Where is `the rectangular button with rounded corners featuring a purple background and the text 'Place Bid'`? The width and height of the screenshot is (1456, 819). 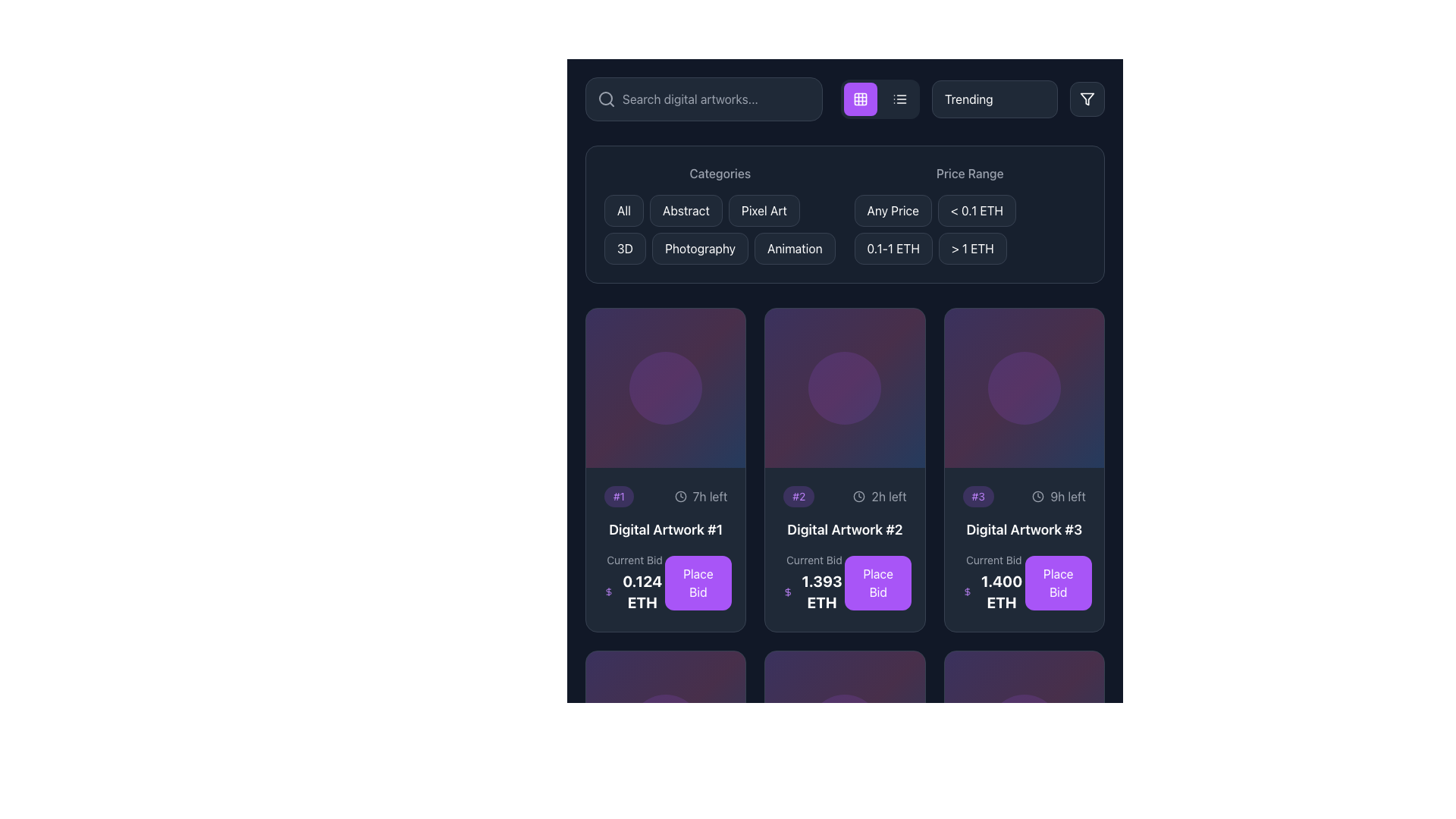
the rectangular button with rounded corners featuring a purple background and the text 'Place Bid' is located at coordinates (878, 582).